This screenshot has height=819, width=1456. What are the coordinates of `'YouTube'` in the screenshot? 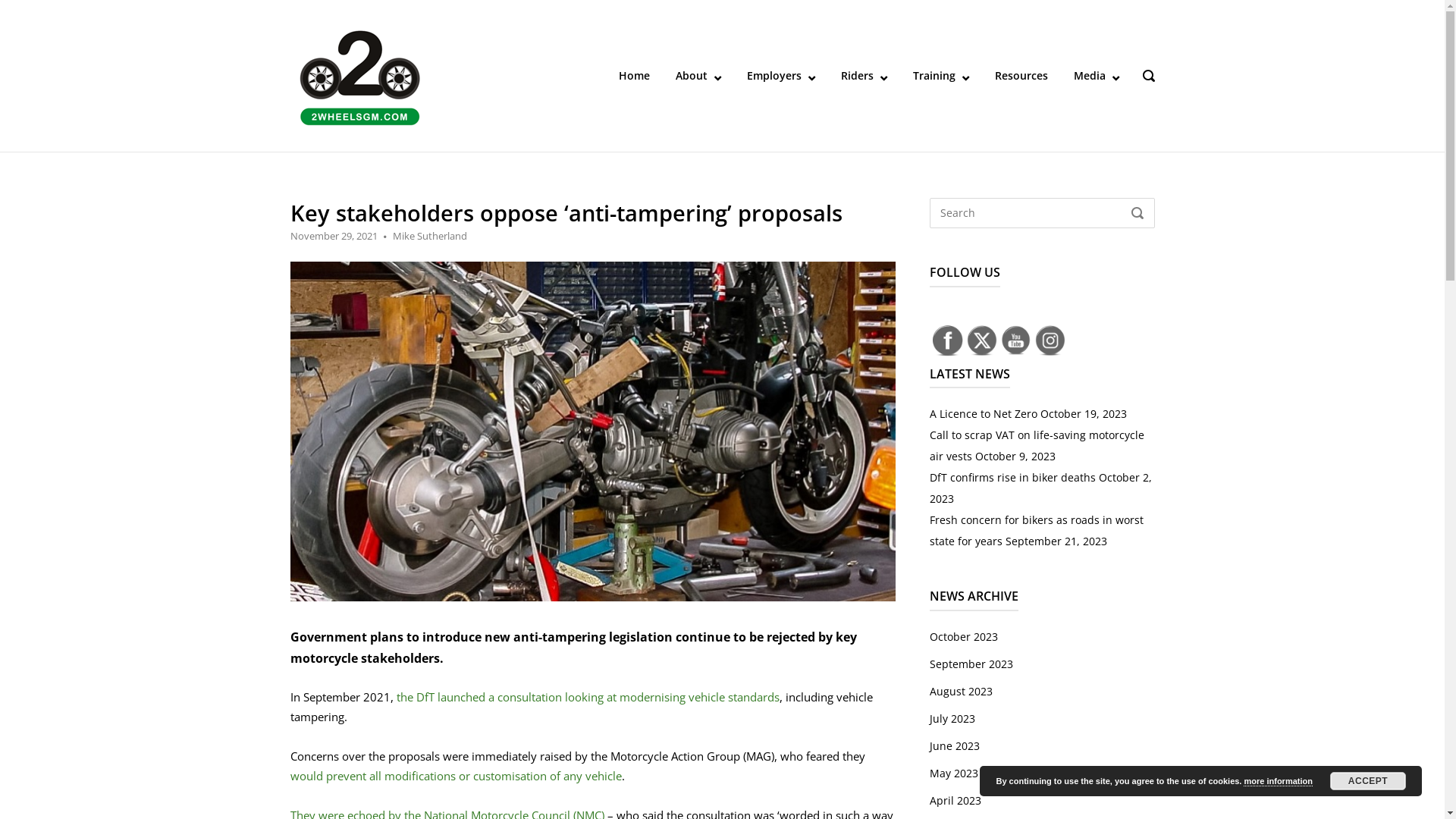 It's located at (1015, 339).